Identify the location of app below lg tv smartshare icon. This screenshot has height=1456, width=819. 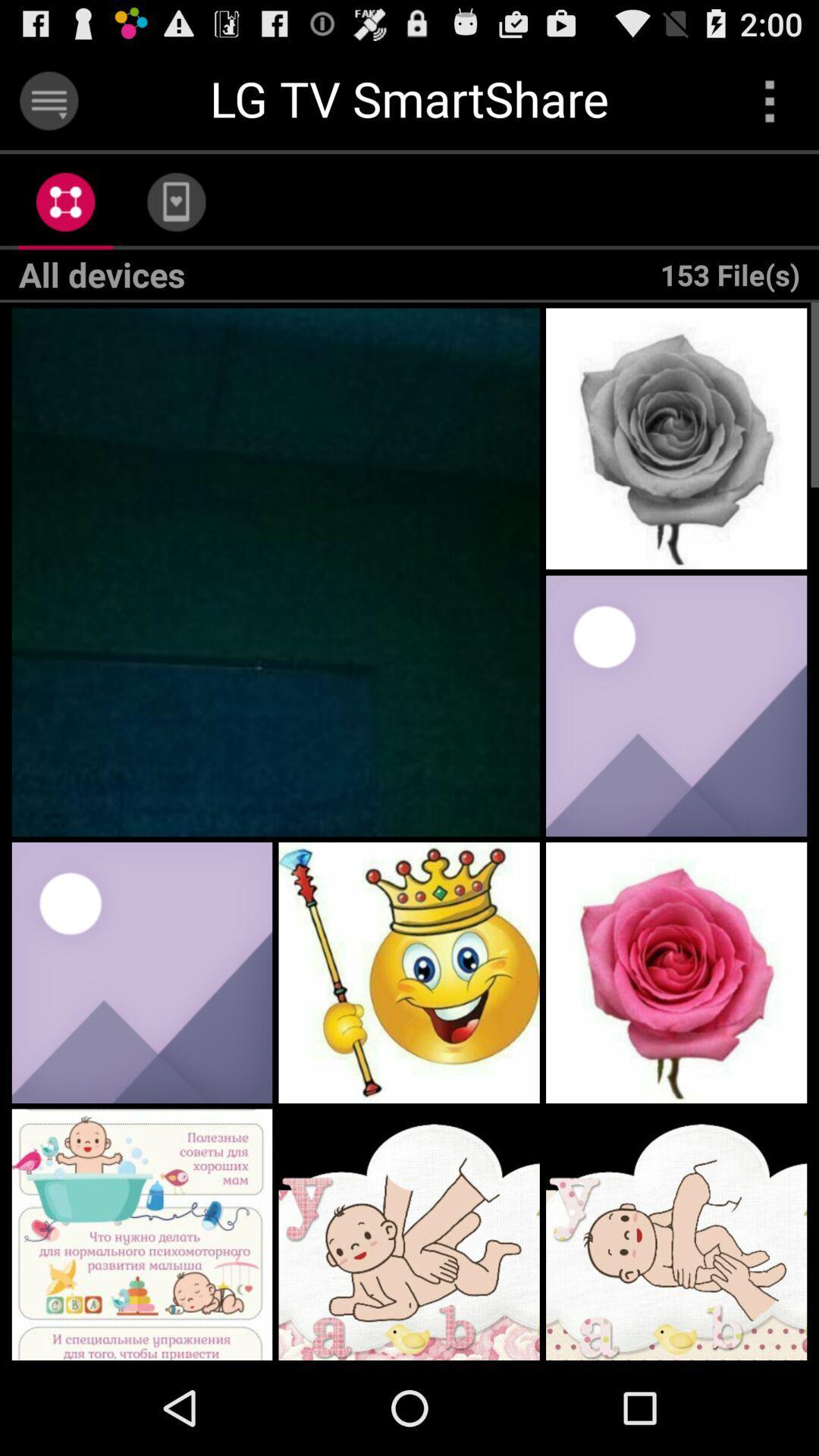
(175, 201).